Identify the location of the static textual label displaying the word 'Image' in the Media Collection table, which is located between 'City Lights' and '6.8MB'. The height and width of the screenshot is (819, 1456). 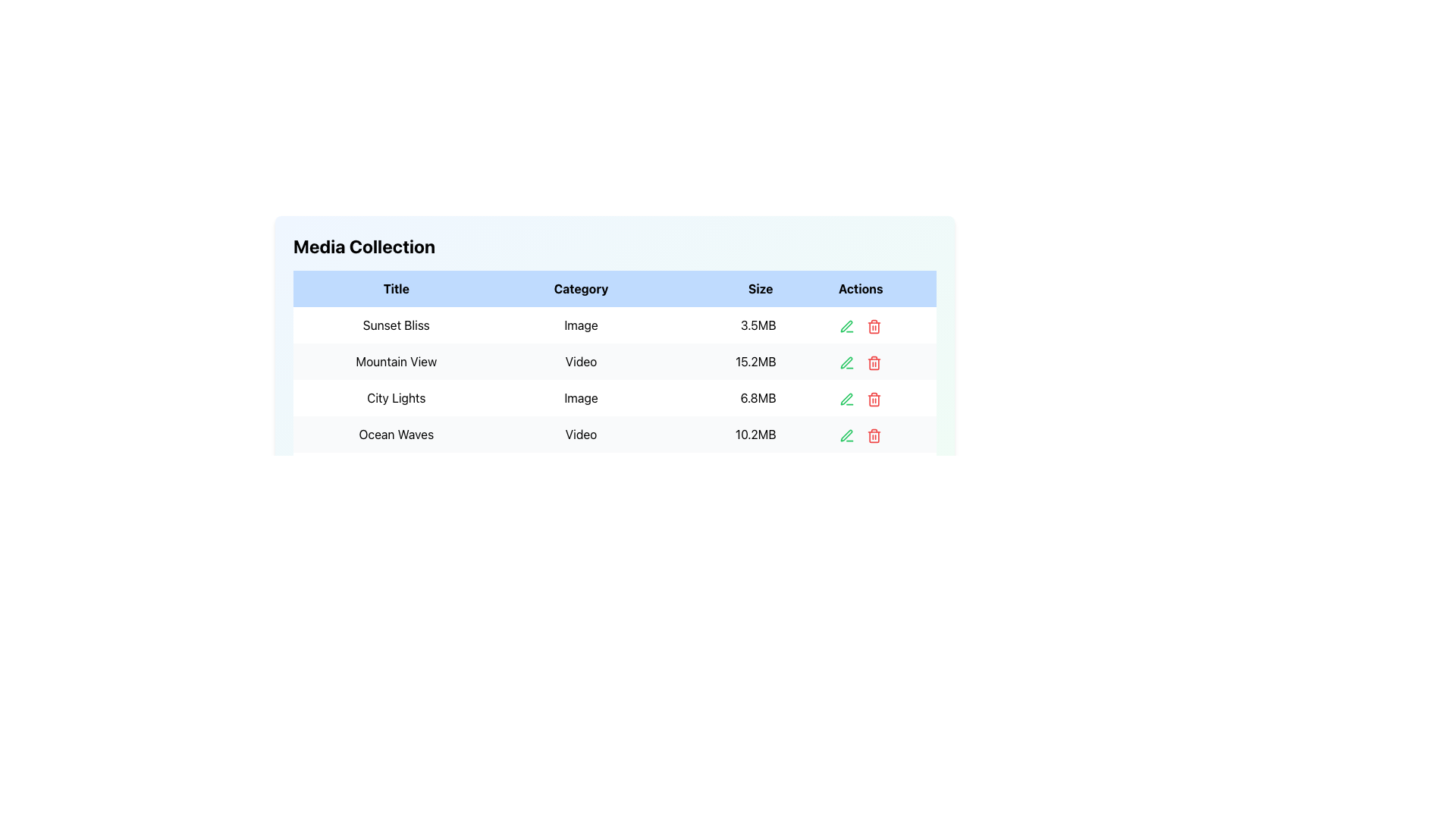
(580, 397).